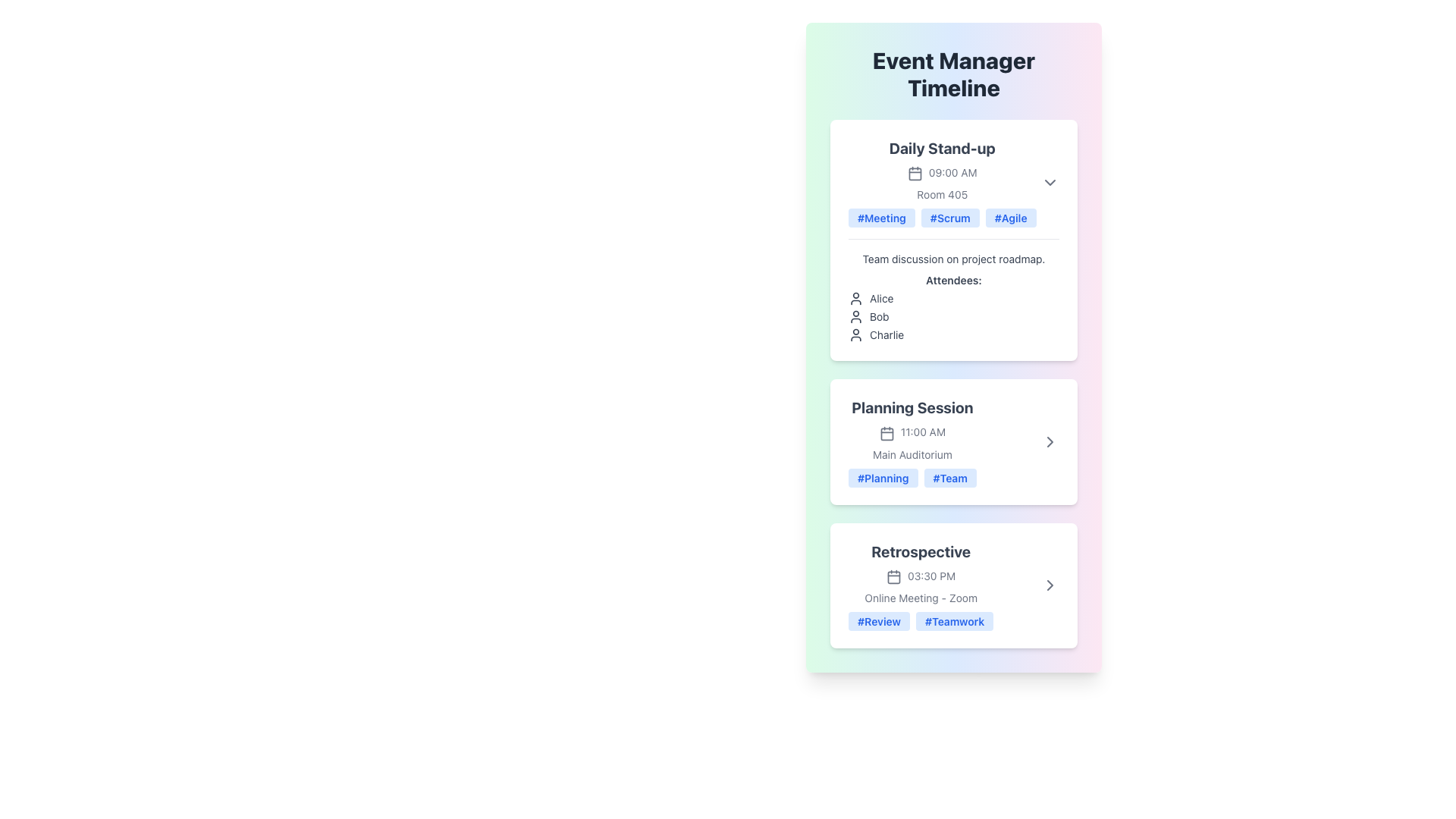 This screenshot has height=819, width=1456. I want to click on text label providing additional details about the event located within the 'Daily Stand-up' card, positioned below the tags and above the 'Attendees:' label, so click(952, 259).